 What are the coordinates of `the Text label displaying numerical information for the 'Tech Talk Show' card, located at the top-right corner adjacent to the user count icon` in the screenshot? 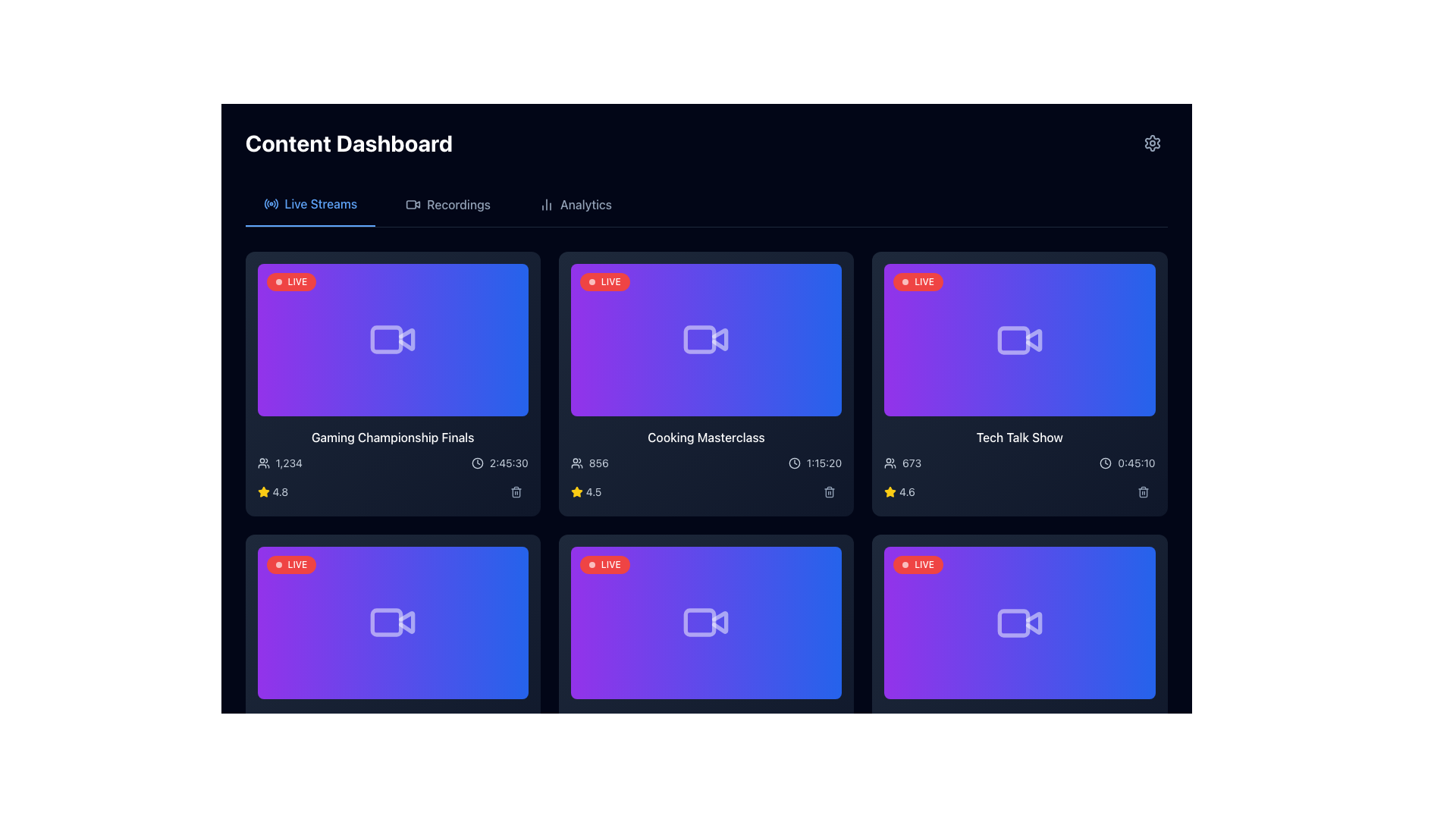 It's located at (911, 462).